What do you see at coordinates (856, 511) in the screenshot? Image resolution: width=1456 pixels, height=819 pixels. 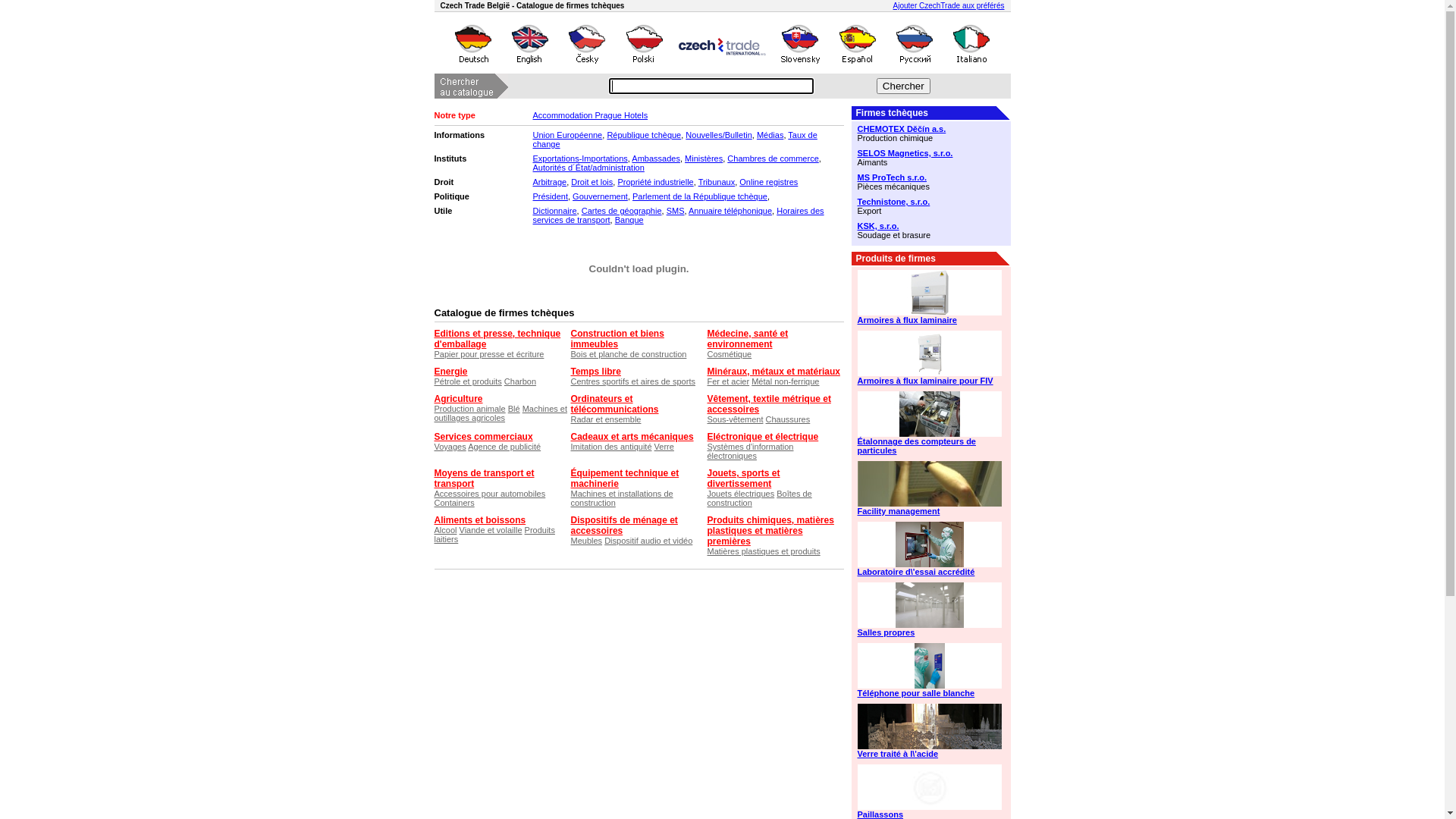 I see `'Facility management'` at bounding box center [856, 511].